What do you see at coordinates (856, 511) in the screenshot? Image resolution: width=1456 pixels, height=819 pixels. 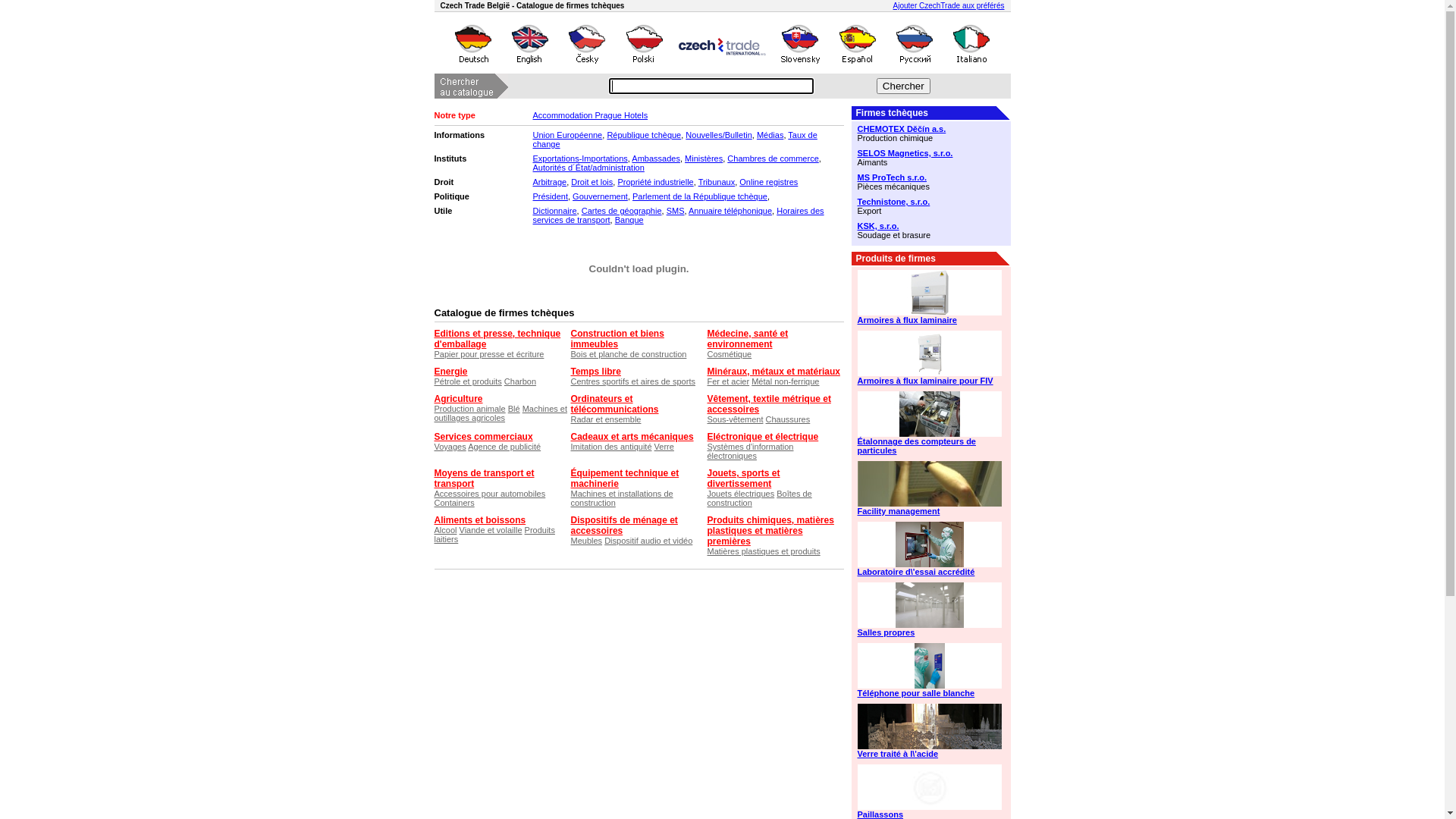 I see `'Facility management'` at bounding box center [856, 511].